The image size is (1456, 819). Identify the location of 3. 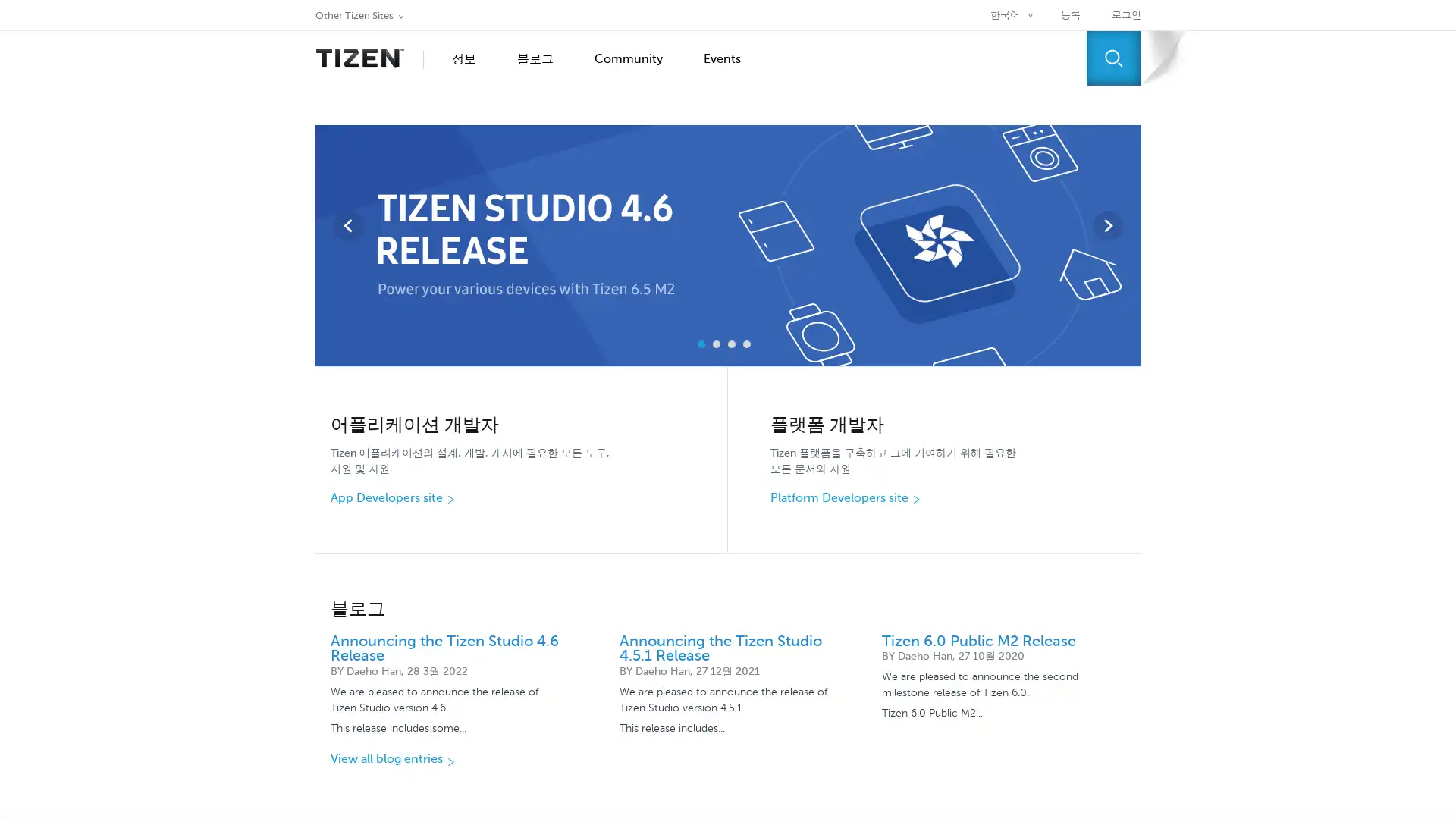
(731, 344).